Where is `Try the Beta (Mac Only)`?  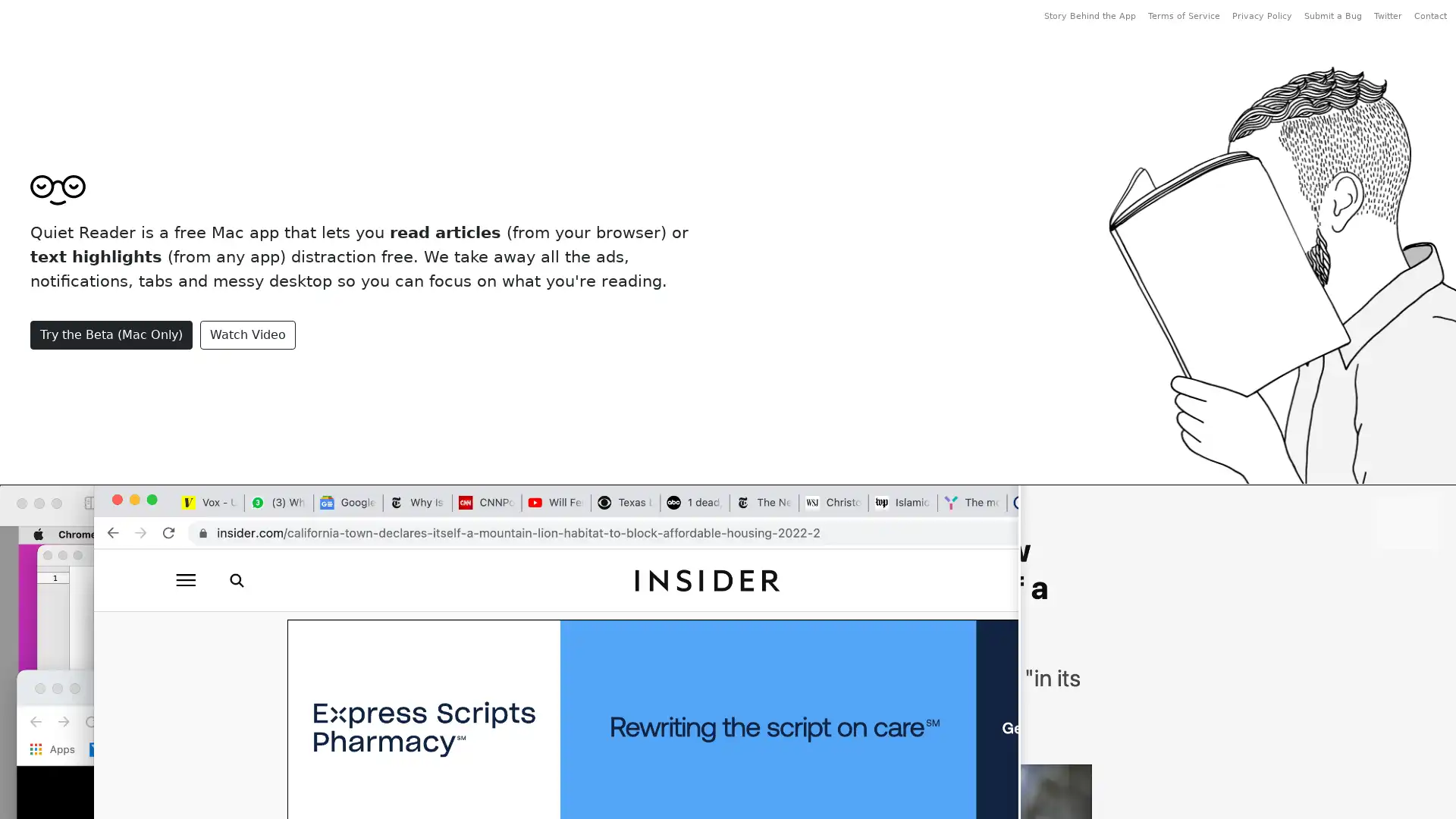
Try the Beta (Mac Only) is located at coordinates (111, 333).